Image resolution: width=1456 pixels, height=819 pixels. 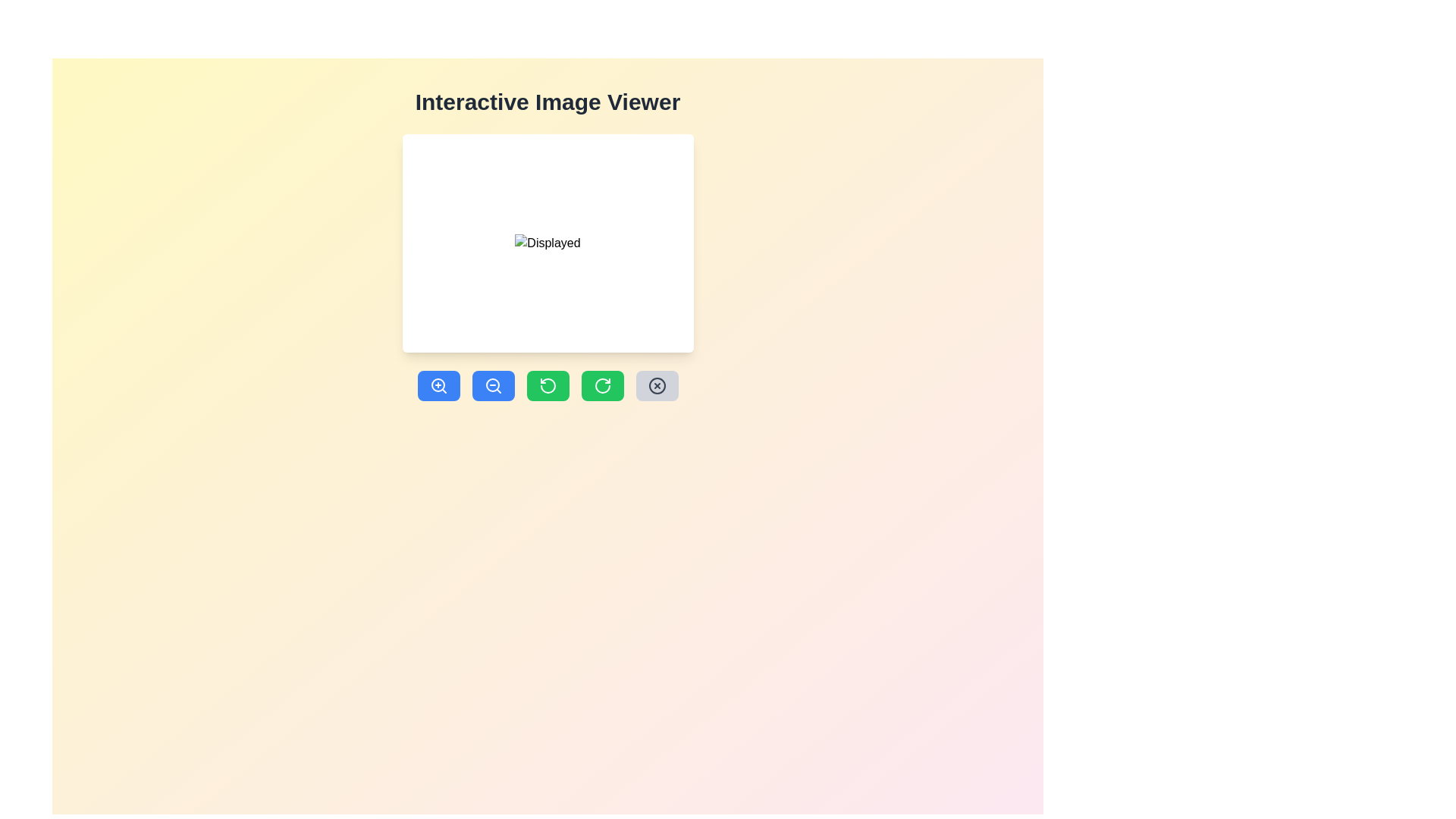 I want to click on the second button from the left in the horizontal row of five buttons beneath the 'Interactive Image Viewer' display, so click(x=493, y=385).